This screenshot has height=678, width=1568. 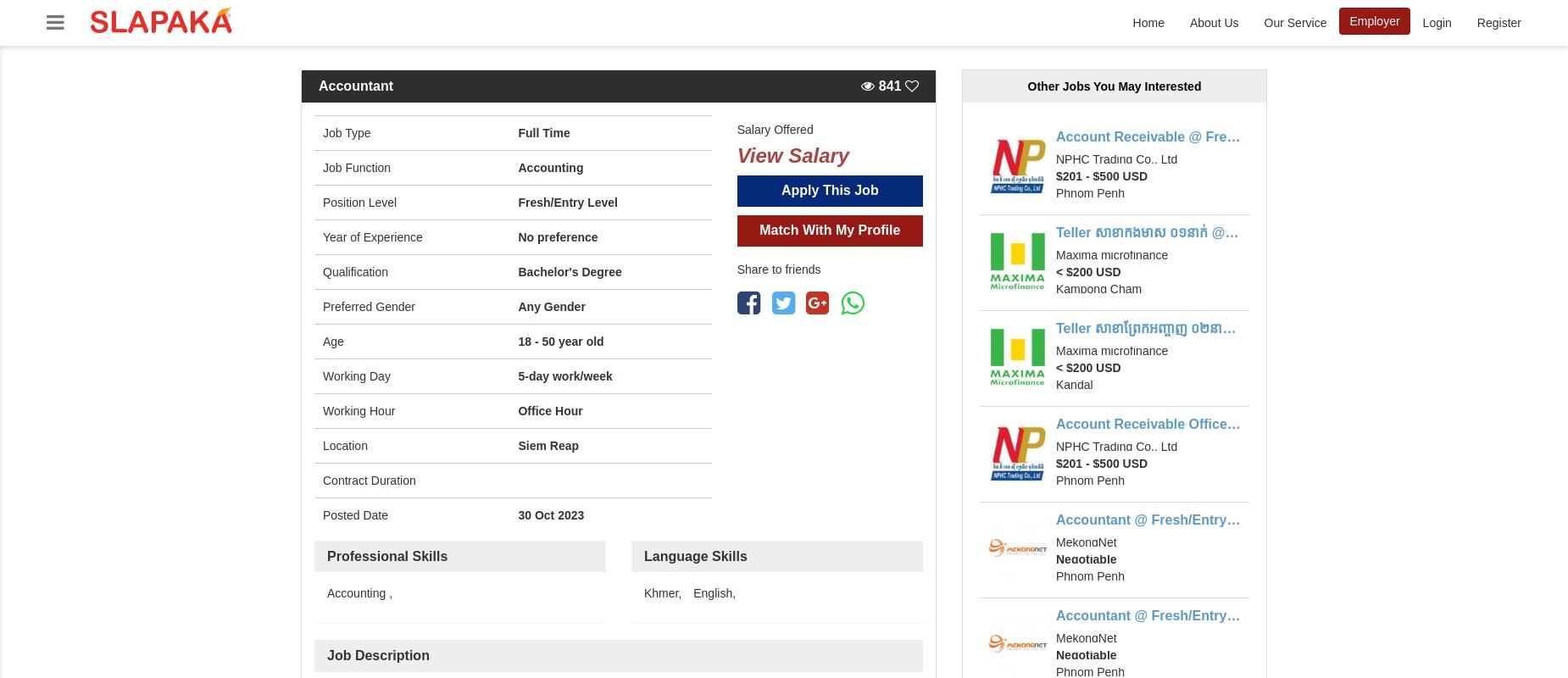 What do you see at coordinates (321, 514) in the screenshot?
I see `'Posted Date'` at bounding box center [321, 514].